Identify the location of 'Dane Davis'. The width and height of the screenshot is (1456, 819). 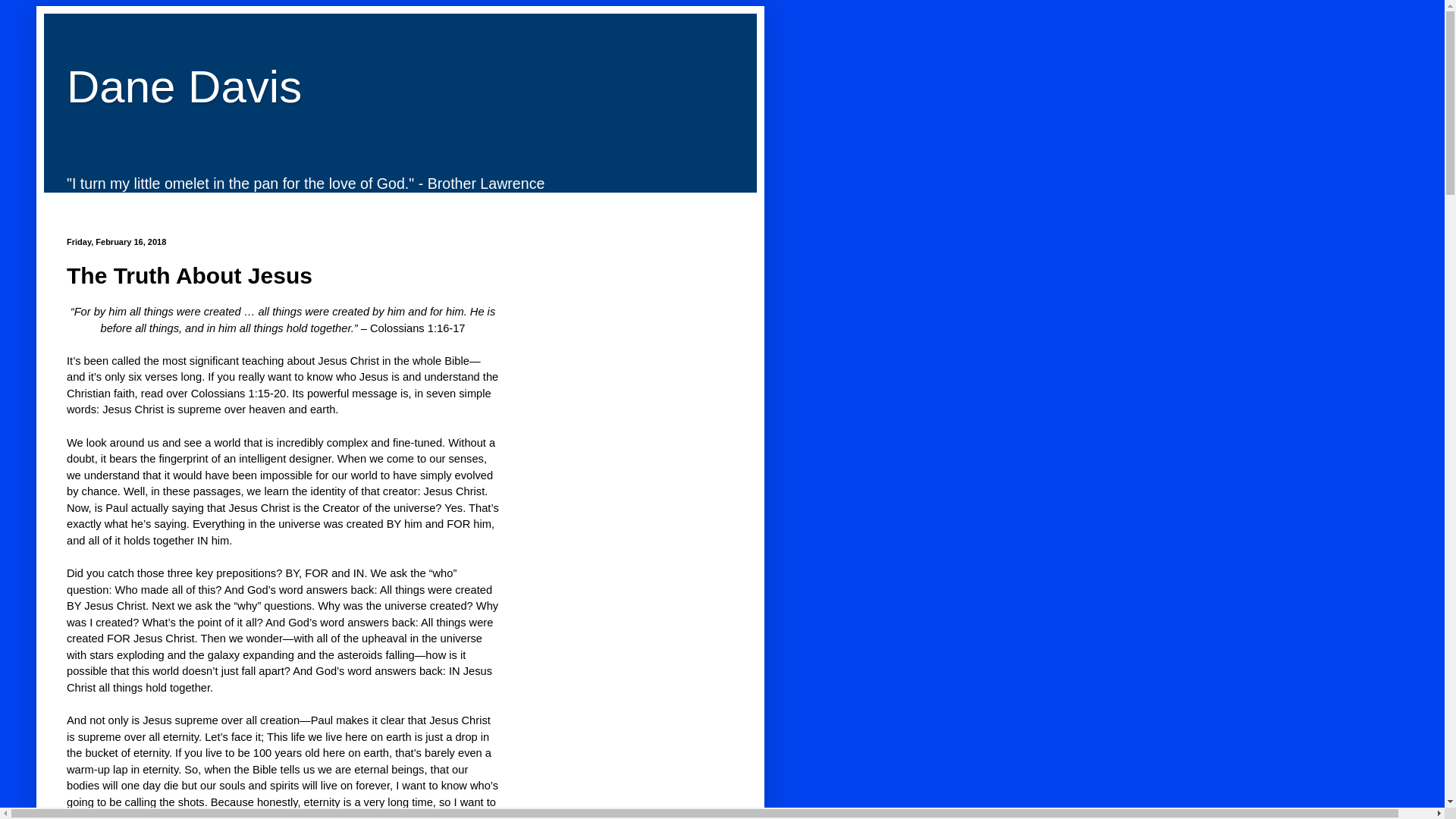
(184, 86).